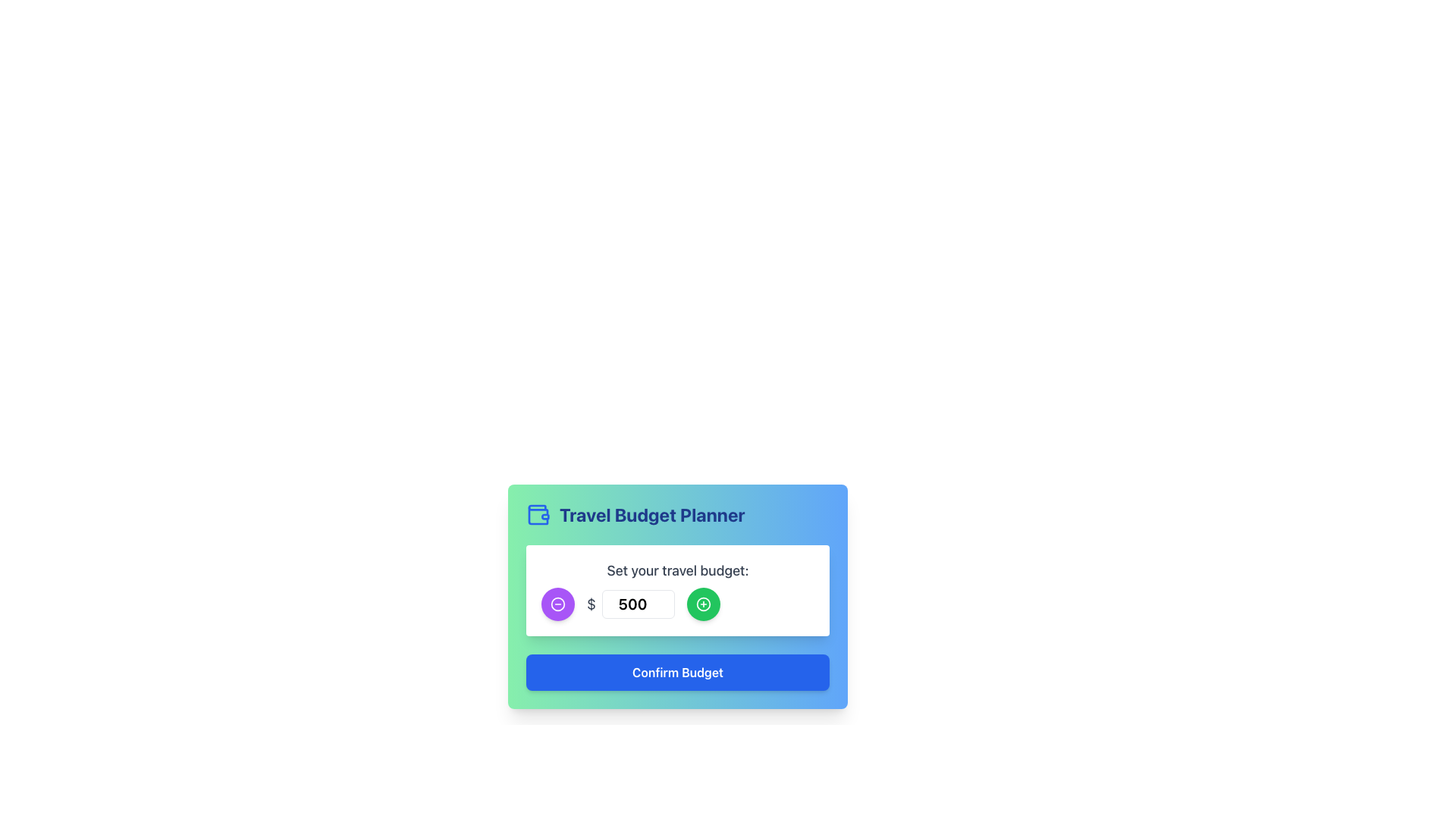 This screenshot has width=1456, height=819. What do you see at coordinates (676, 672) in the screenshot?
I see `the blue rectangular button labeled 'Confirm Budget' located at the bottom of the 'Travel Budget Planner' card to confirm the budget` at bounding box center [676, 672].